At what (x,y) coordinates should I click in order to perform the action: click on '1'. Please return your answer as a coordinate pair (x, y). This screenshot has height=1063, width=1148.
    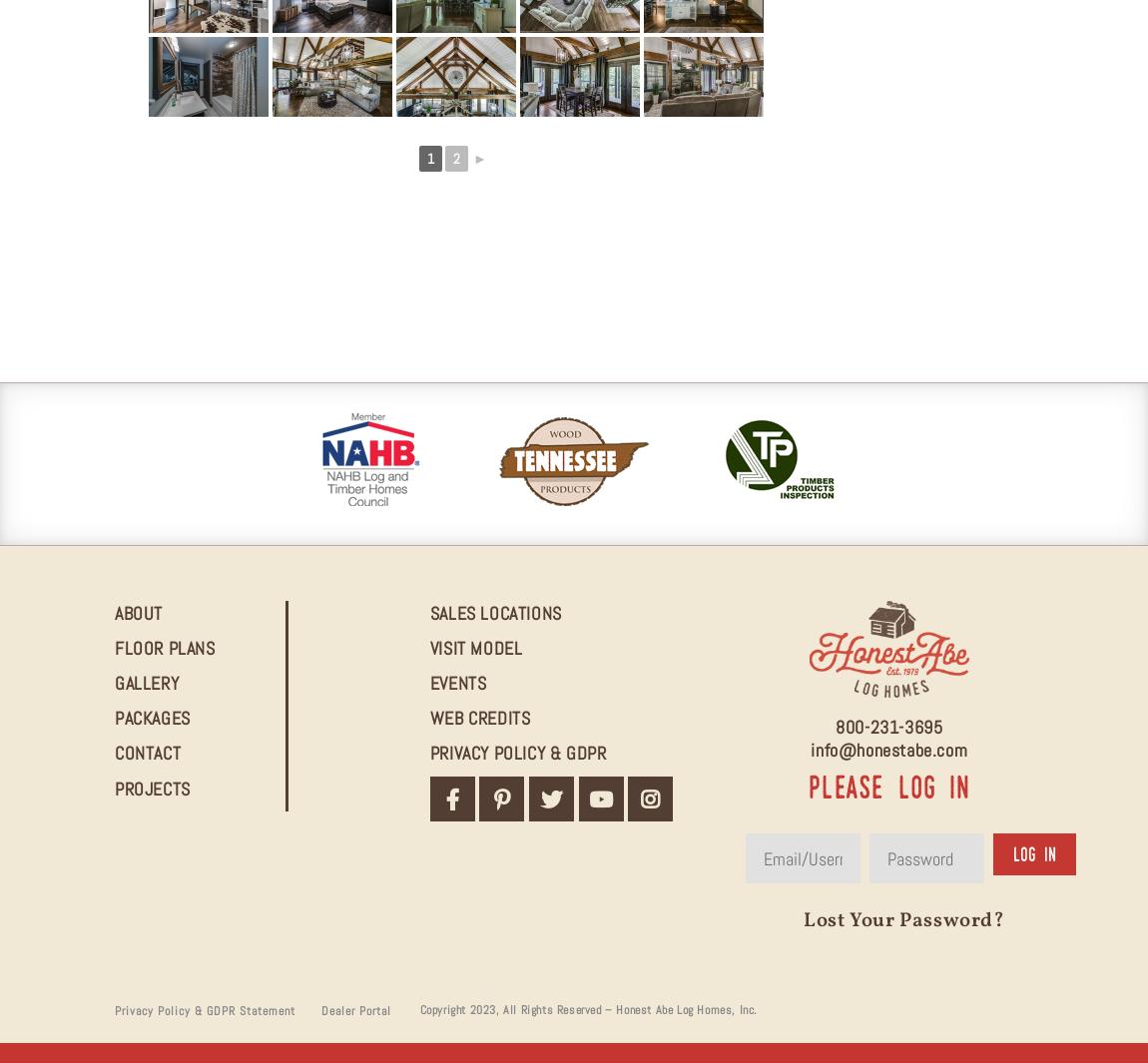
    Looking at the image, I should click on (430, 157).